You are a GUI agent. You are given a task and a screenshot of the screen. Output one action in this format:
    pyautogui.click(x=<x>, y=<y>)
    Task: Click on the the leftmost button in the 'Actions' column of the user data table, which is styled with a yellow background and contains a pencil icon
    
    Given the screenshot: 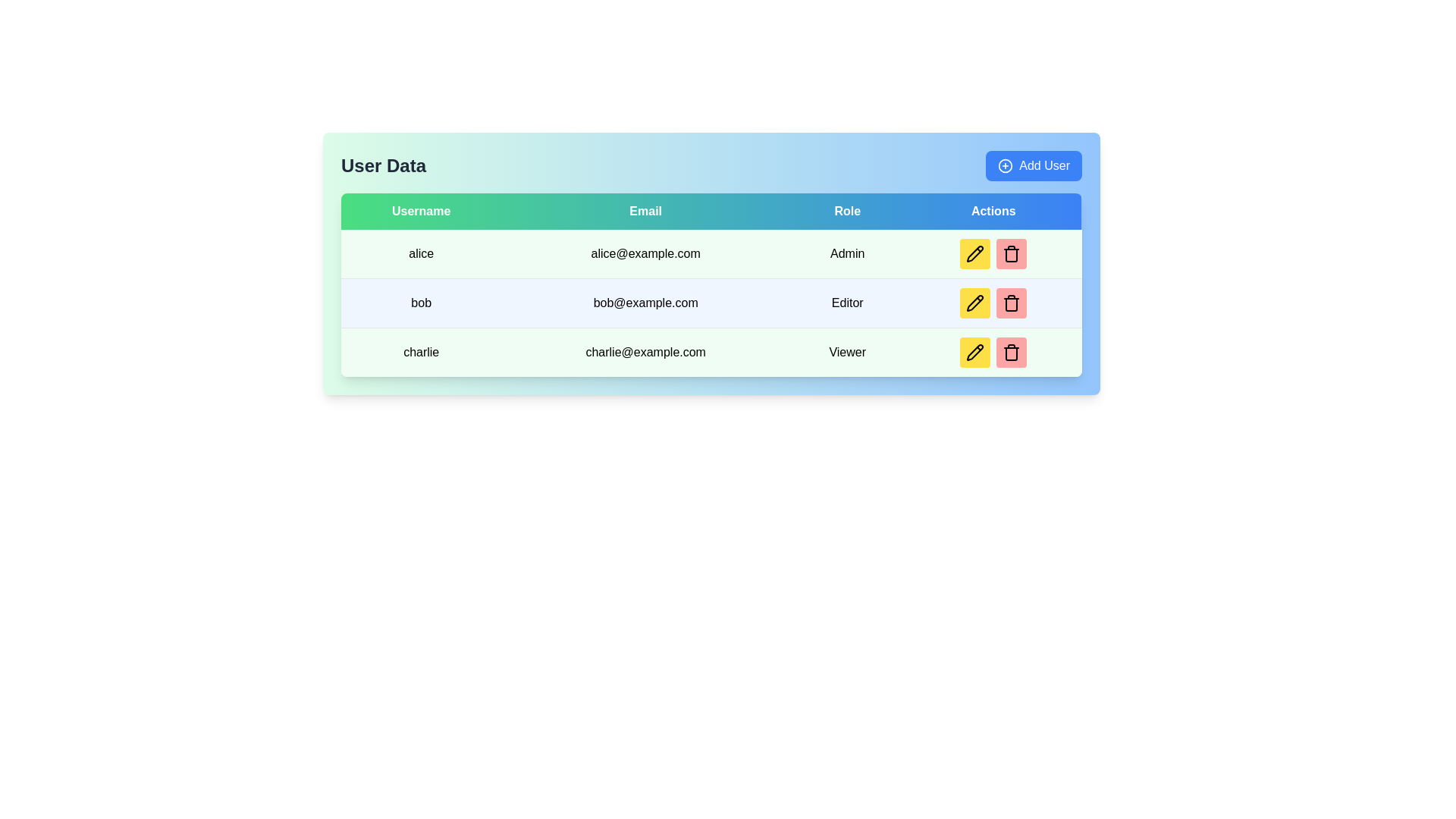 What is the action you would take?
    pyautogui.click(x=975, y=253)
    